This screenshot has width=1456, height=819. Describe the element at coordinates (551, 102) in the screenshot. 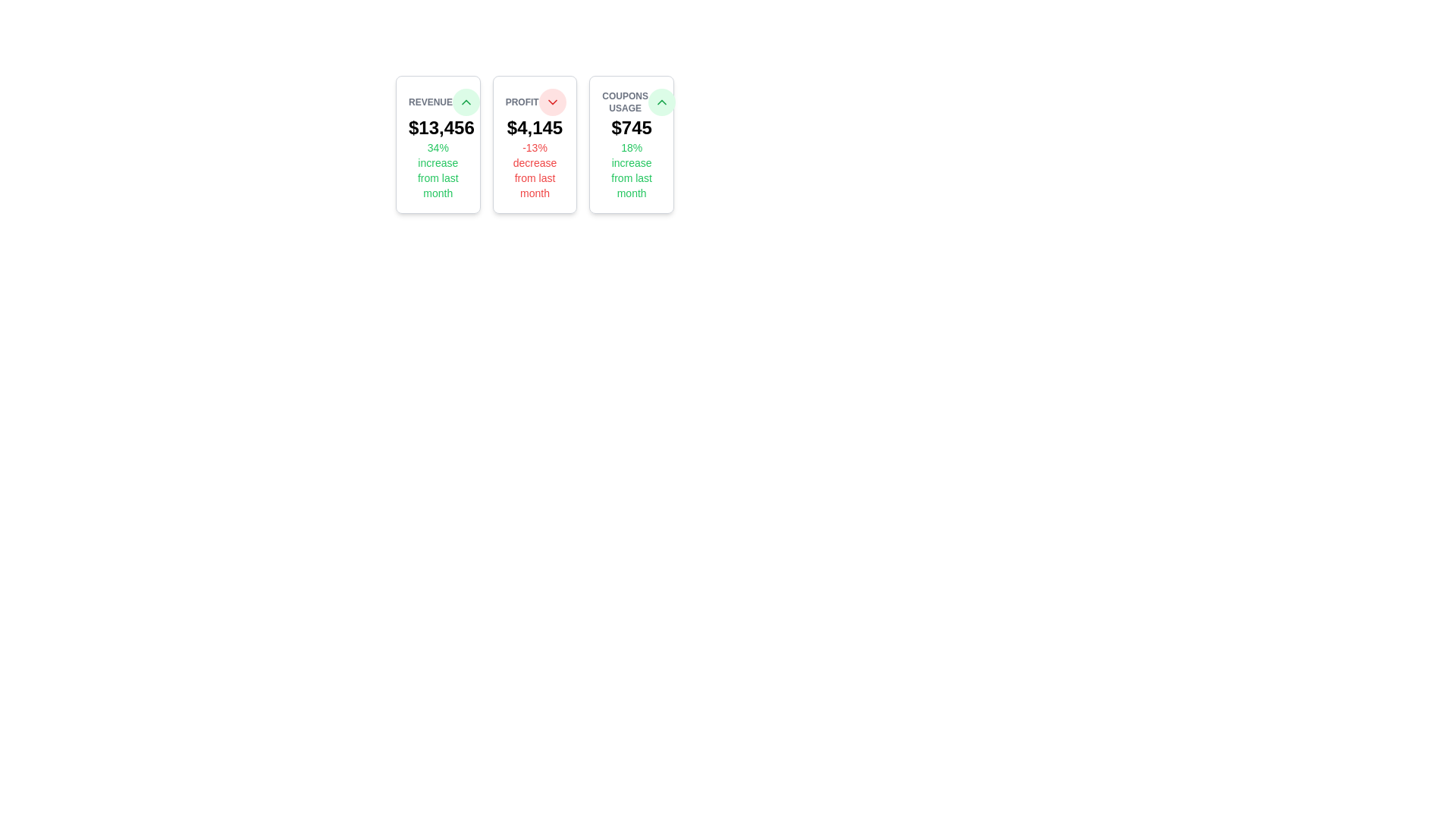

I see `the circular icon button with a red background and downward-pointing chevron symbol located in the 'Profit' section, positioned to the upper-right of the text 'Profit'` at that location.